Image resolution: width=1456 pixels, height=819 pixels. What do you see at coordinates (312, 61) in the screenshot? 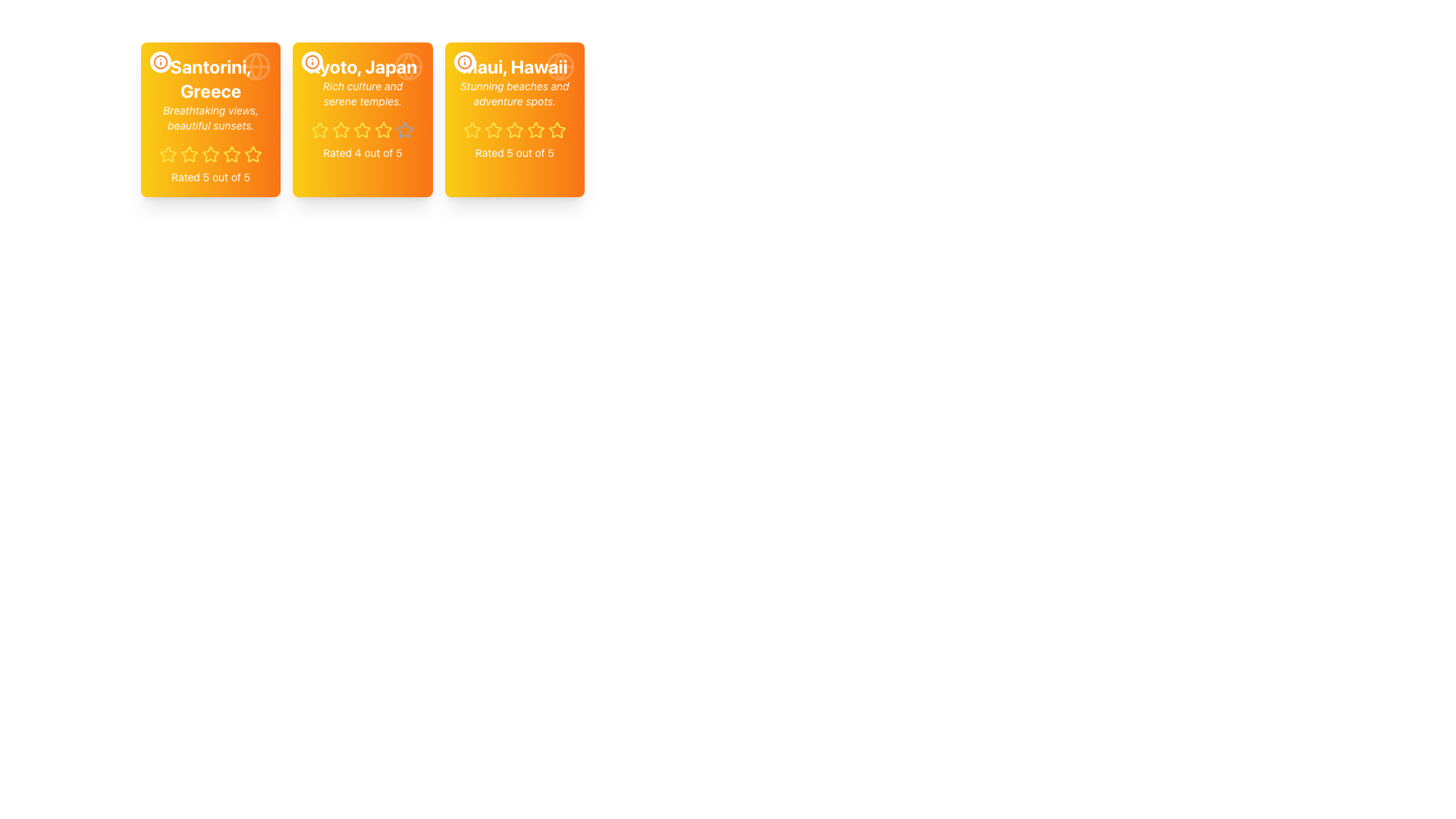
I see `the circular Information Icon with an 'i' symbol, which has a white outline and orange background, located at the top-left corner of the card labeled 'Kyoto, Japan'` at bounding box center [312, 61].